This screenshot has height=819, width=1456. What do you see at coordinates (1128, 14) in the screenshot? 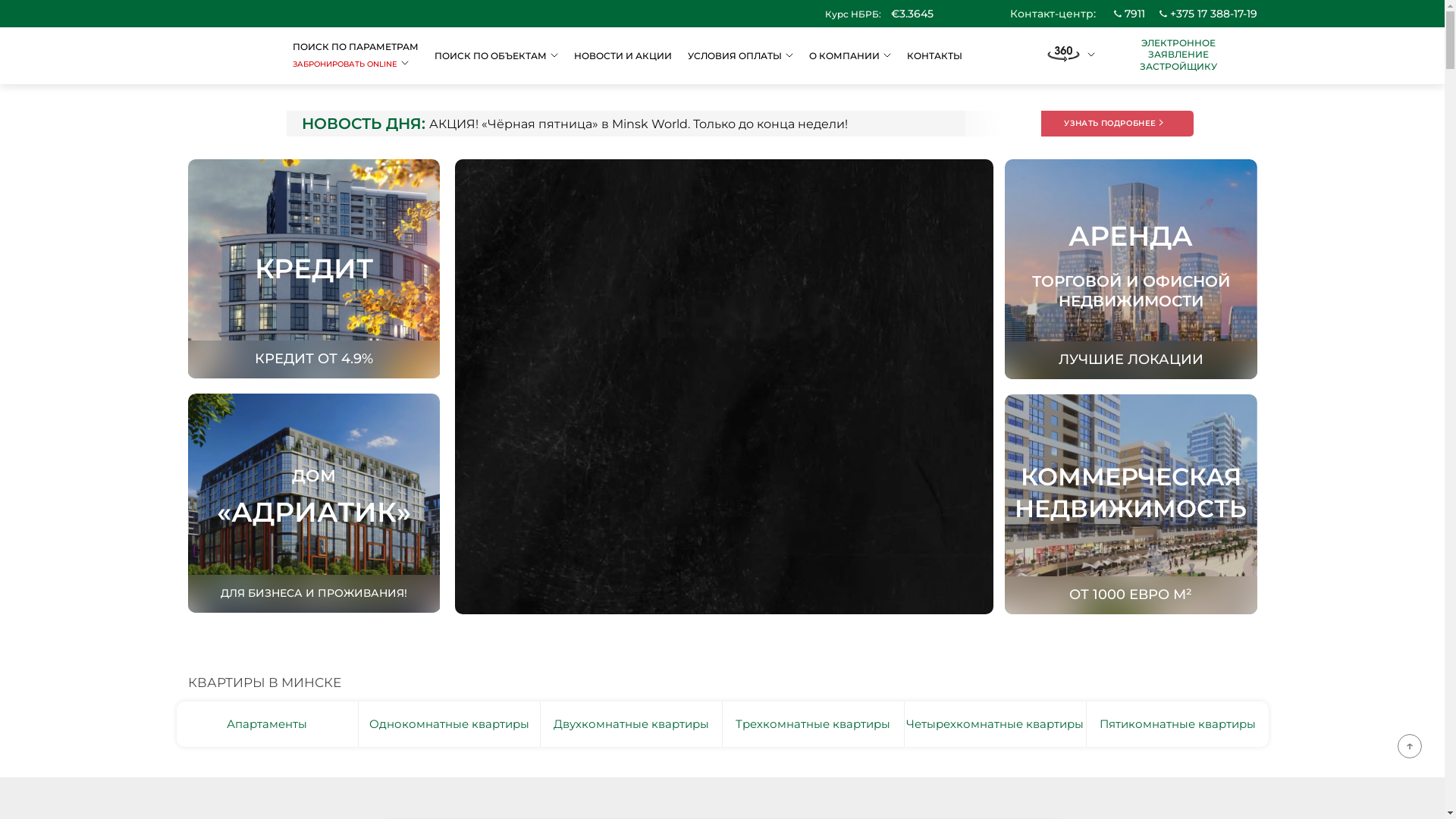
I see `'7911'` at bounding box center [1128, 14].